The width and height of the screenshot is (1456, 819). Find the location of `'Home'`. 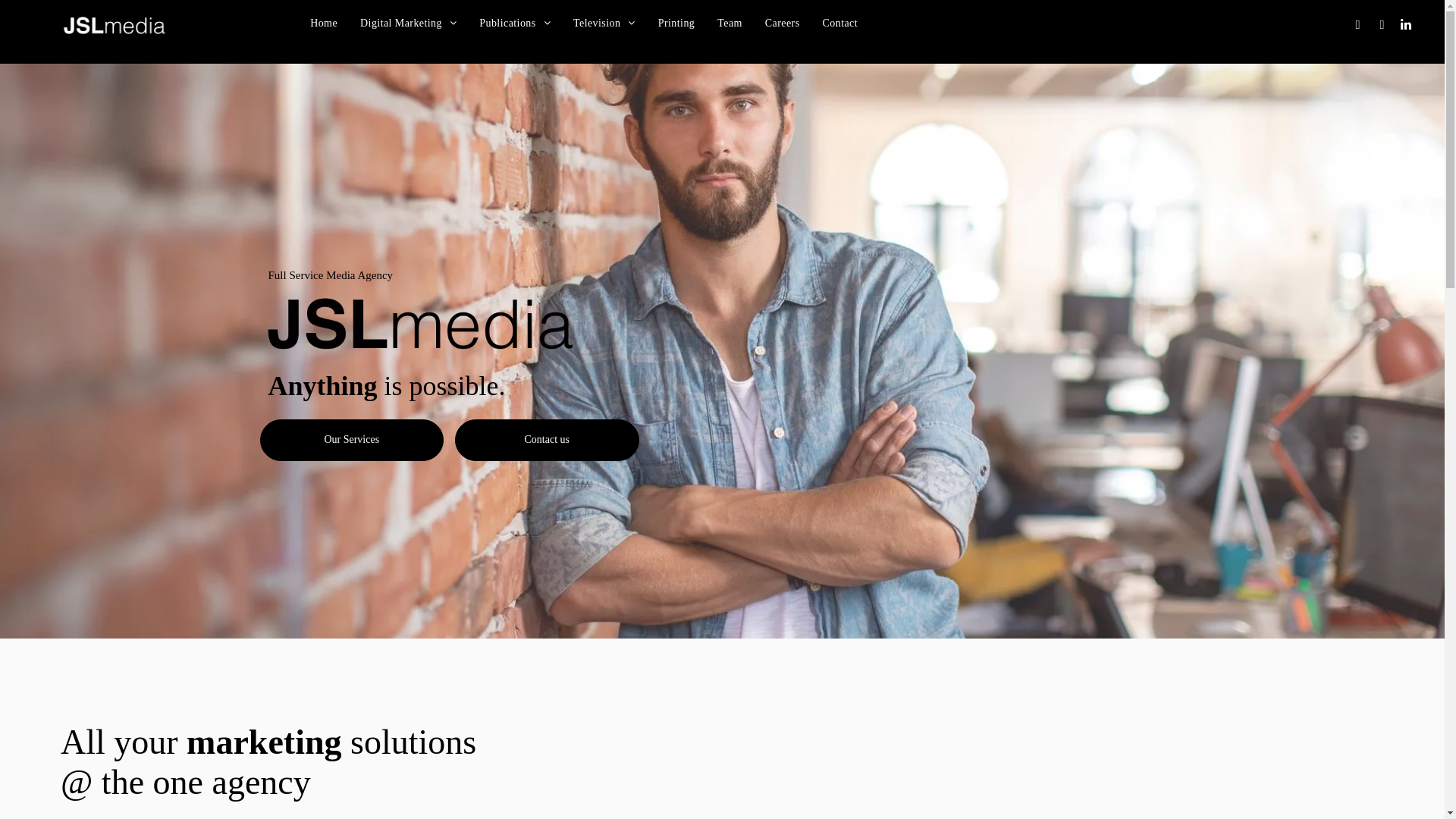

'Home' is located at coordinates (323, 23).